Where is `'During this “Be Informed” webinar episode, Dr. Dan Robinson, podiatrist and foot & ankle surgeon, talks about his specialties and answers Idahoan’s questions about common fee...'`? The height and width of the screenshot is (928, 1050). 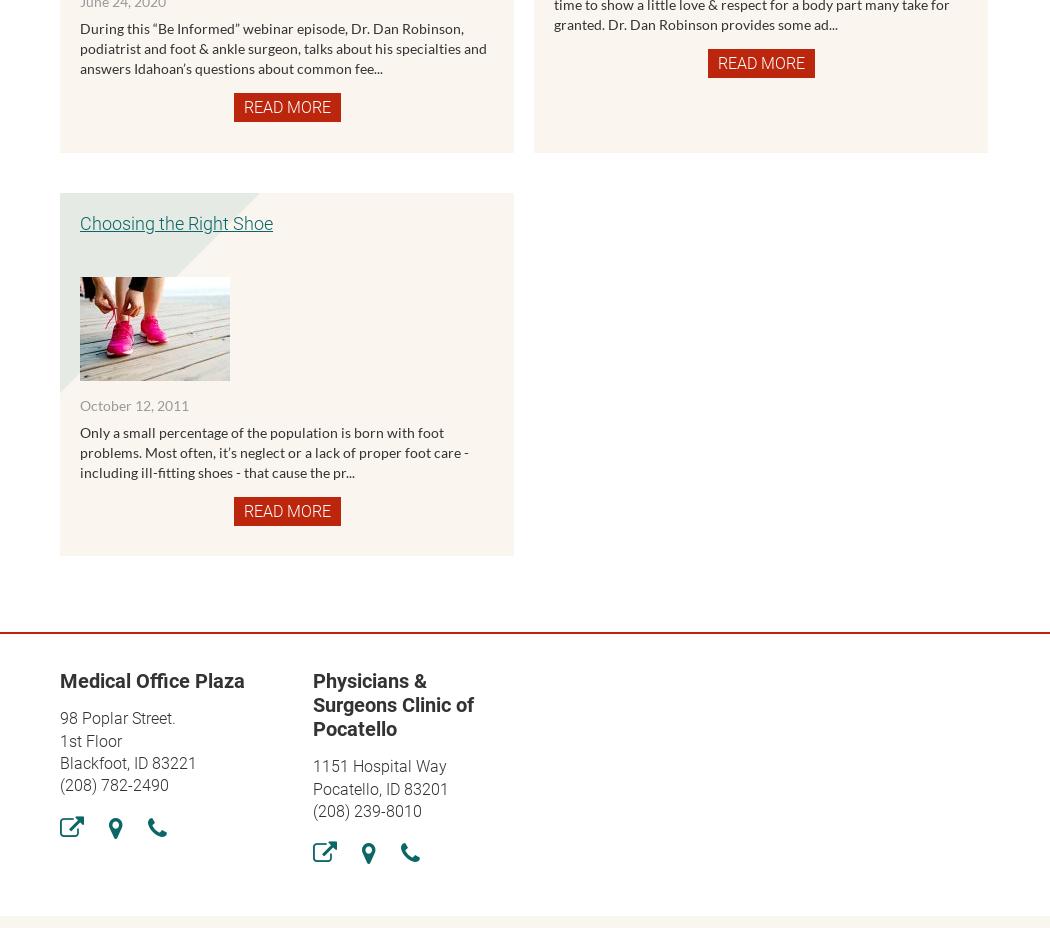 'During this “Be Informed” webinar episode, Dr. Dan Robinson, podiatrist and foot & ankle surgeon, talks about his specialties and answers Idahoan’s questions about common fee...' is located at coordinates (80, 46).